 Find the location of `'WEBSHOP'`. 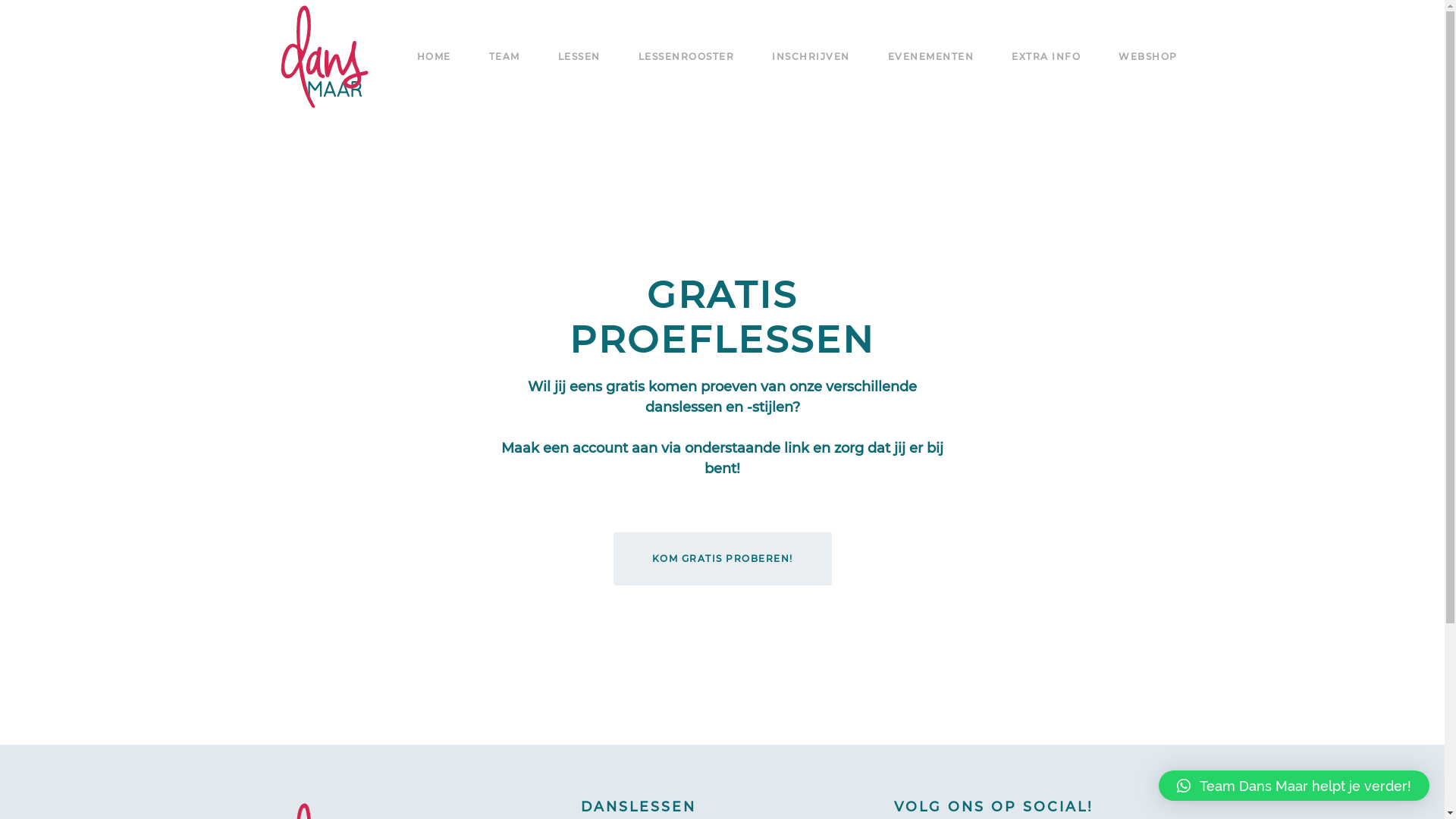

'WEBSHOP' is located at coordinates (1147, 55).